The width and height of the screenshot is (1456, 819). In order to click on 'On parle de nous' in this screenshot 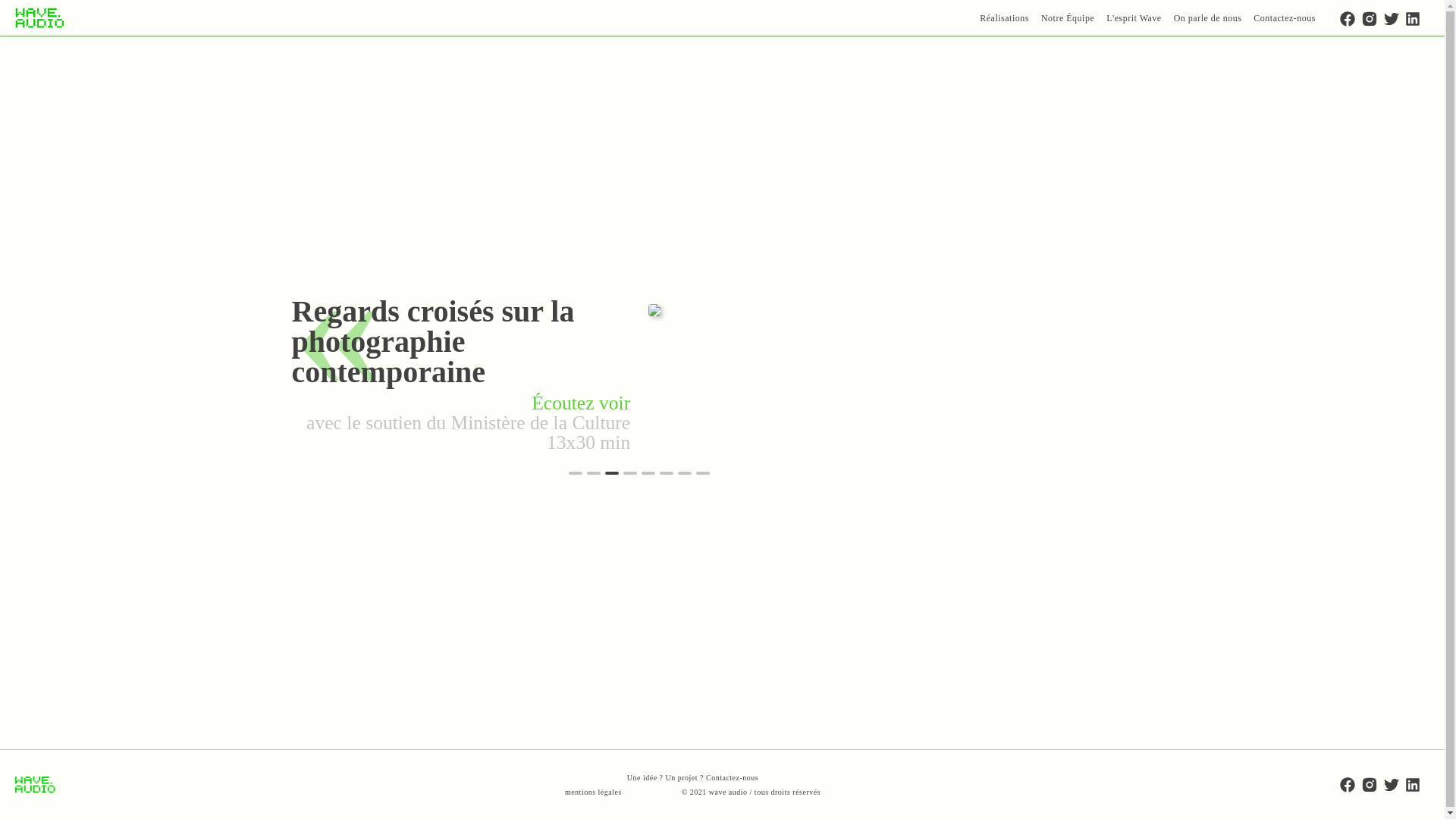, I will do `click(1173, 17)`.